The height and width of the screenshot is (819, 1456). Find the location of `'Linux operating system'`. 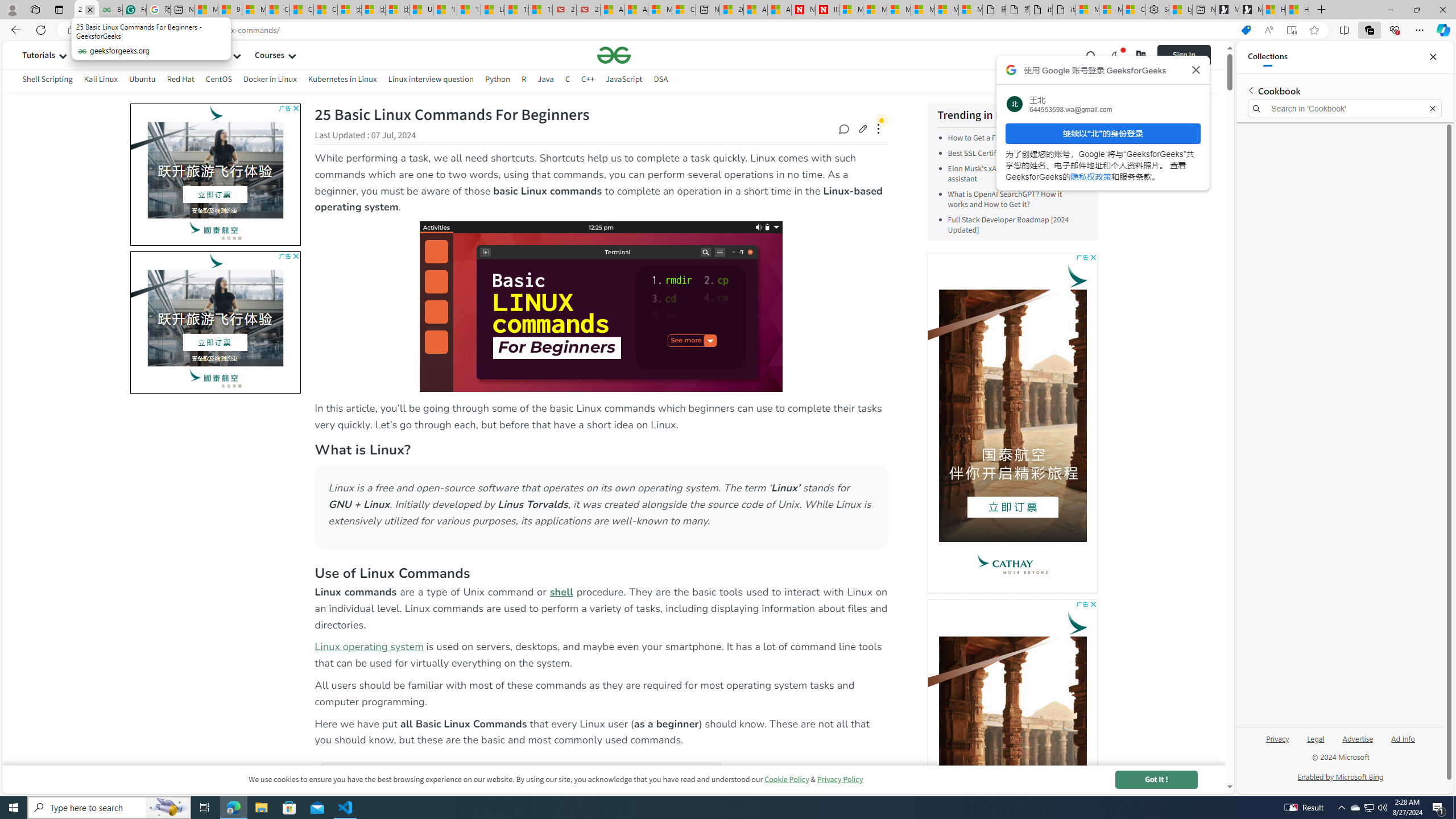

'Linux operating system' is located at coordinates (369, 647).